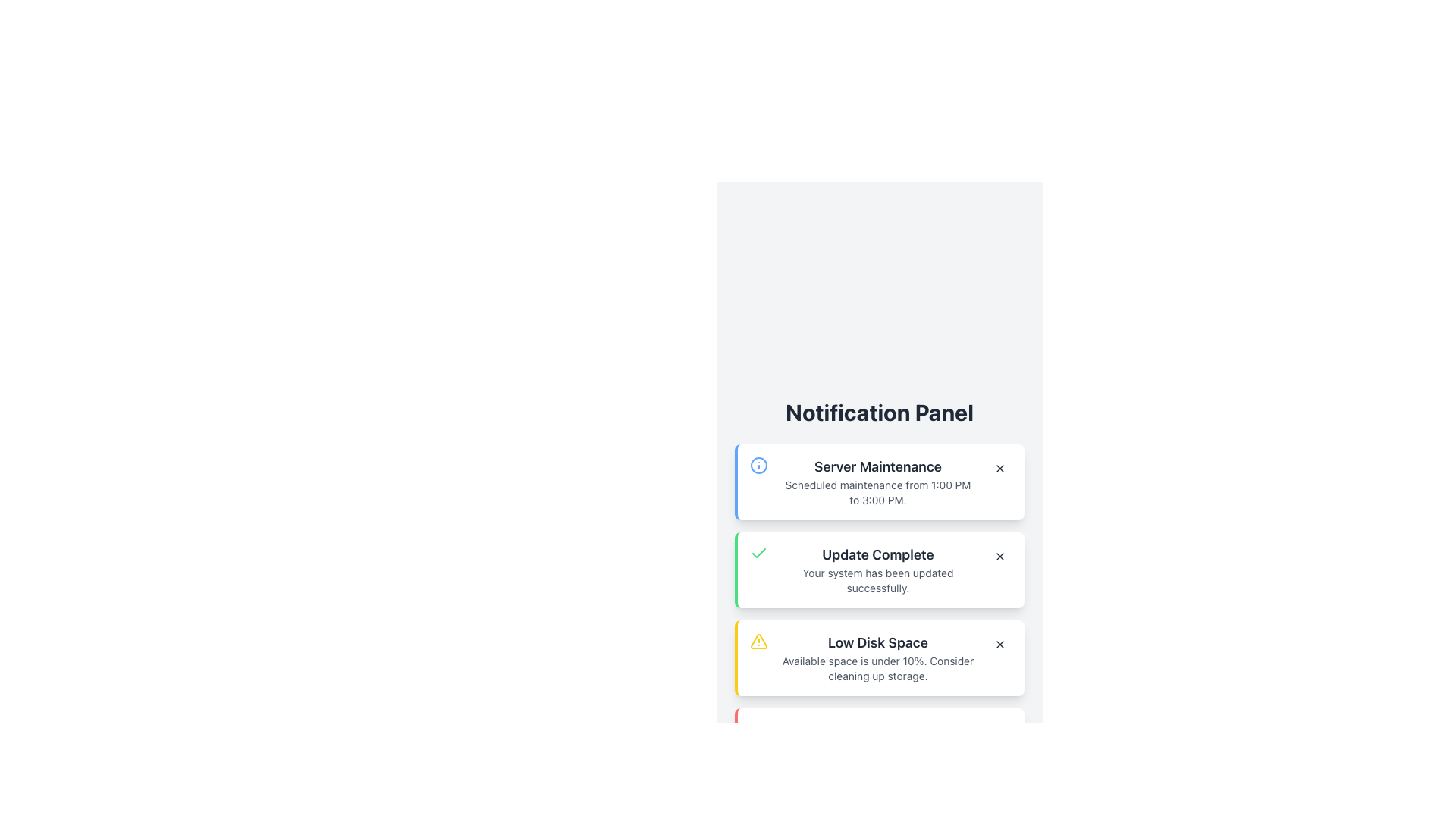 The height and width of the screenshot is (819, 1456). What do you see at coordinates (759, 553) in the screenshot?
I see `the checkmark icon drawn in SVG with a green stroke, located within the success notification card of the notification panel` at bounding box center [759, 553].